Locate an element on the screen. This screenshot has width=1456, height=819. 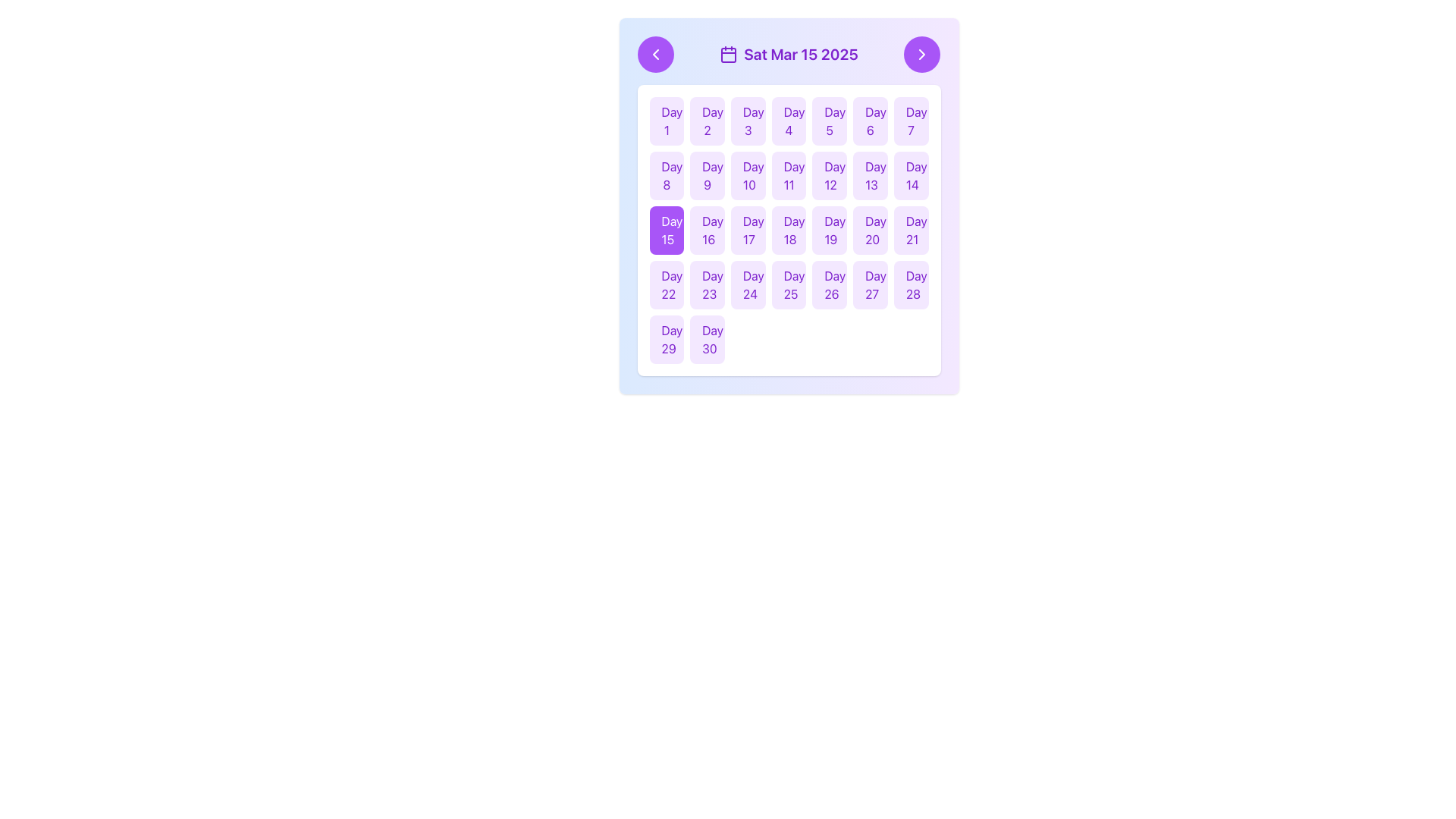
the 'Day 19' button in the calendar interface is located at coordinates (829, 231).